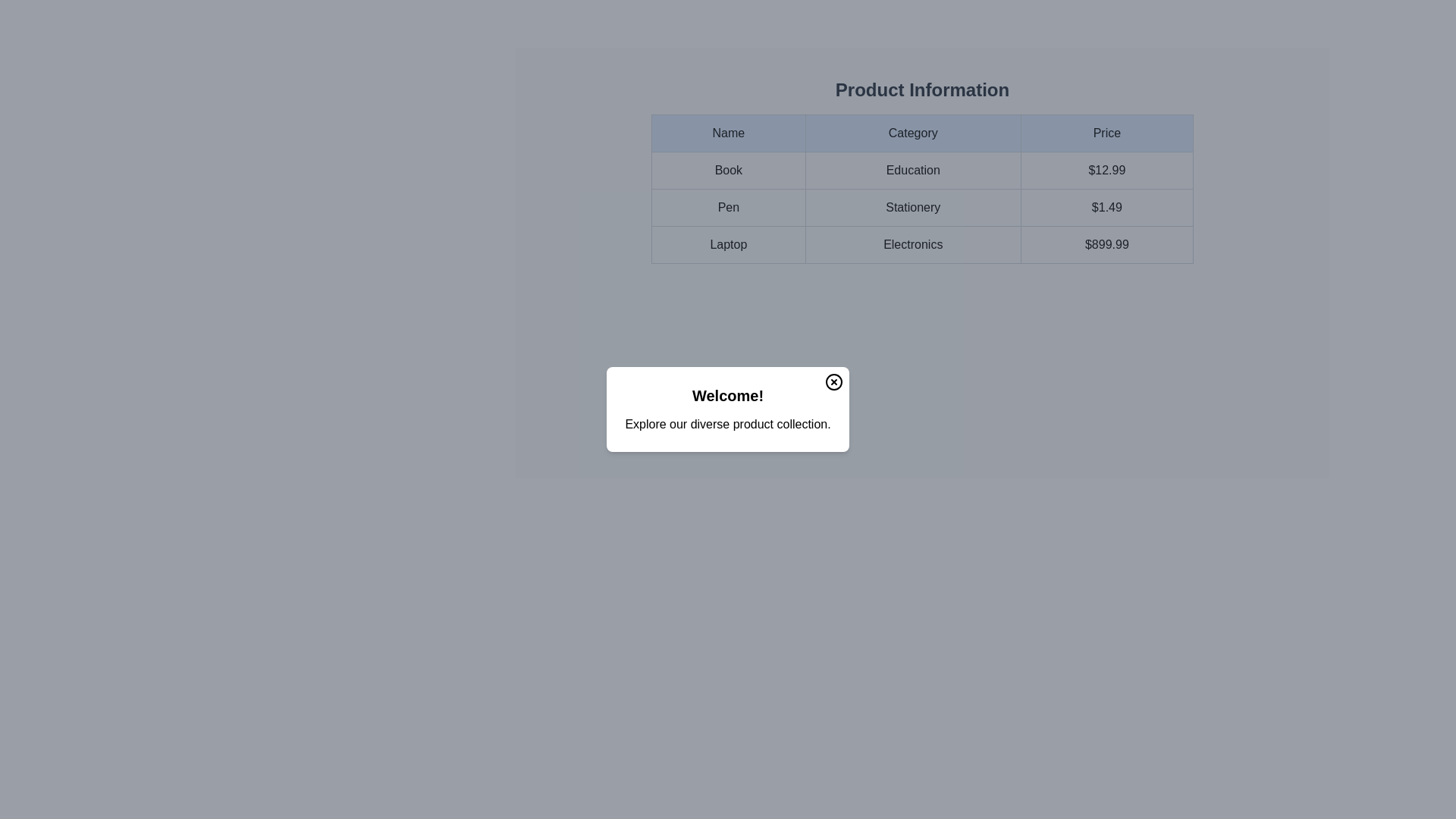 Image resolution: width=1456 pixels, height=819 pixels. What do you see at coordinates (728, 170) in the screenshot?
I see `the item name in the product listing table that is located in the 'Name' column, aligned with the 'Education' category, and priced at $12.99` at bounding box center [728, 170].